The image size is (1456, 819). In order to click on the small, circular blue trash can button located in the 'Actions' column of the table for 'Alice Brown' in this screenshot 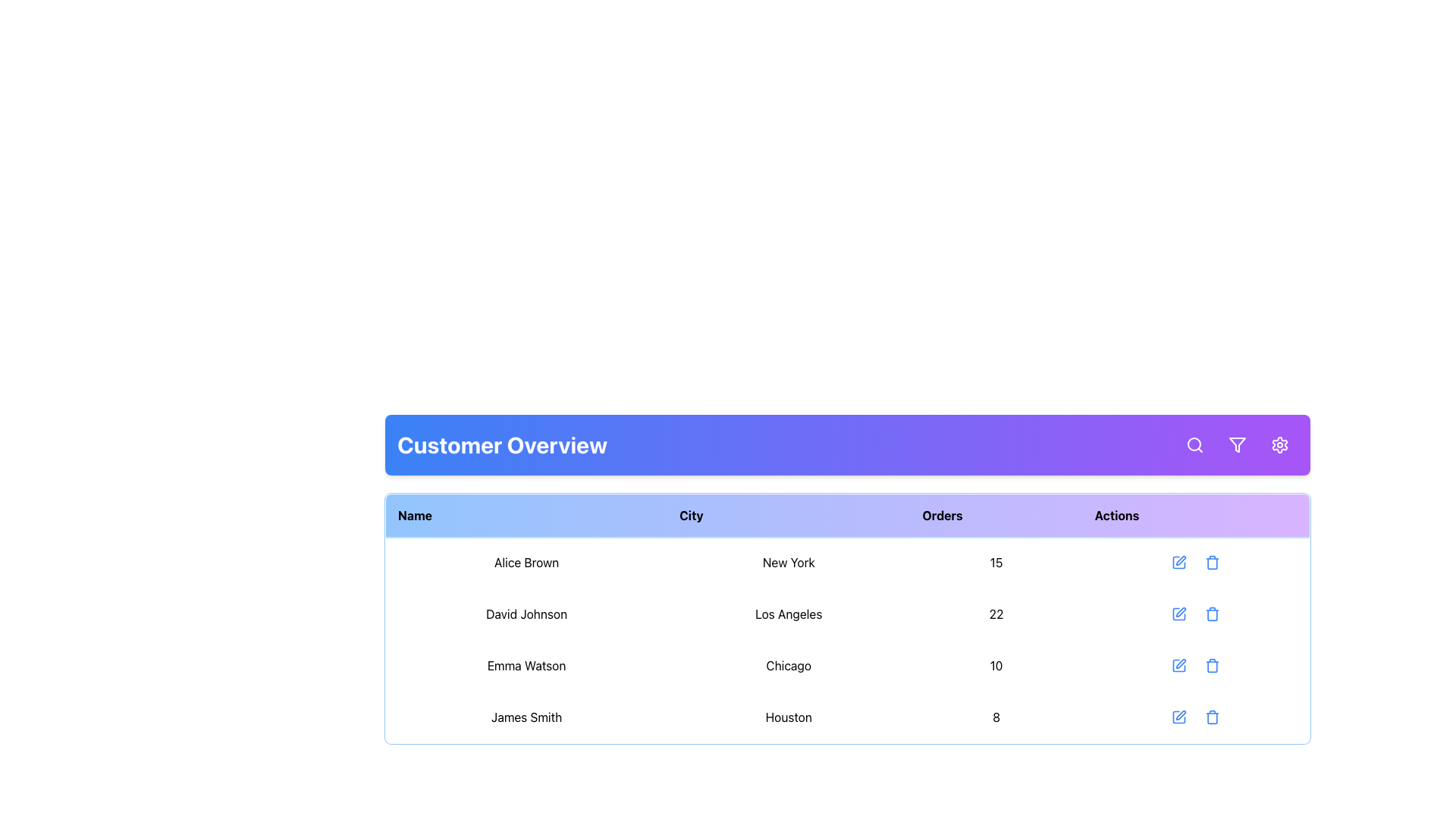, I will do `click(1212, 562)`.